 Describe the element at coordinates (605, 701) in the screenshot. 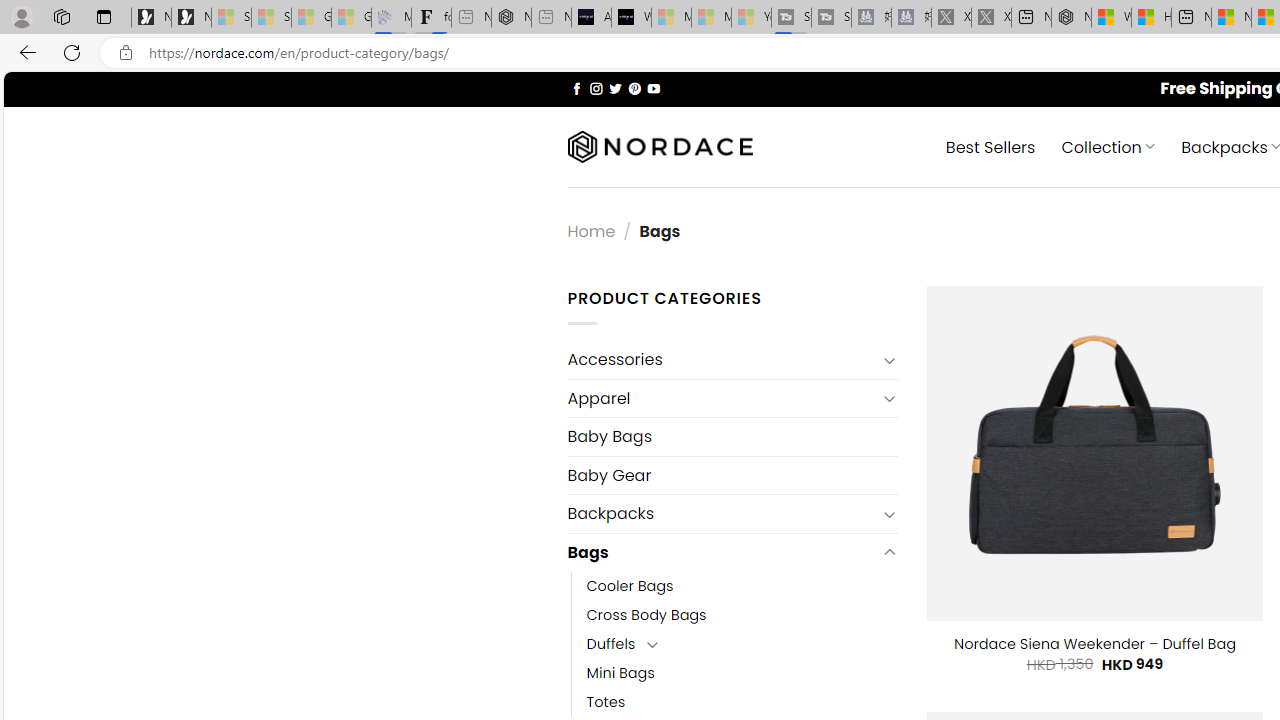

I see `'Totes'` at that location.